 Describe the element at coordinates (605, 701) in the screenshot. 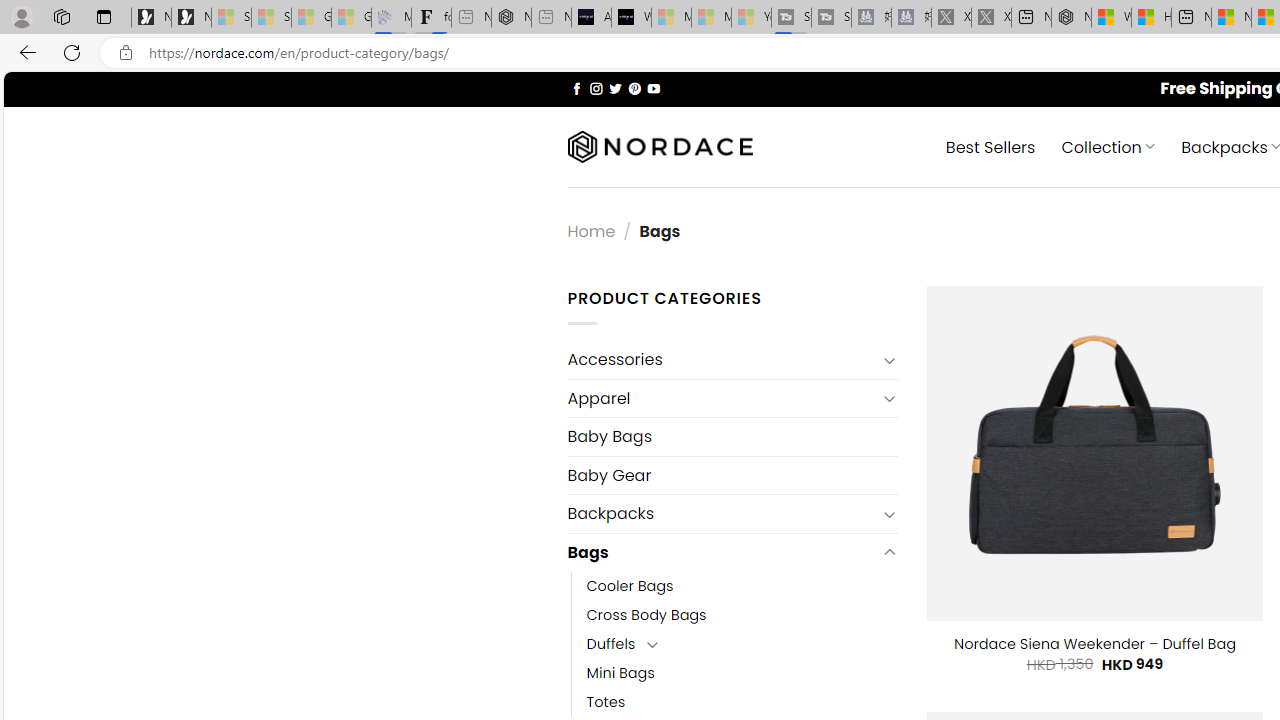

I see `'Totes'` at that location.